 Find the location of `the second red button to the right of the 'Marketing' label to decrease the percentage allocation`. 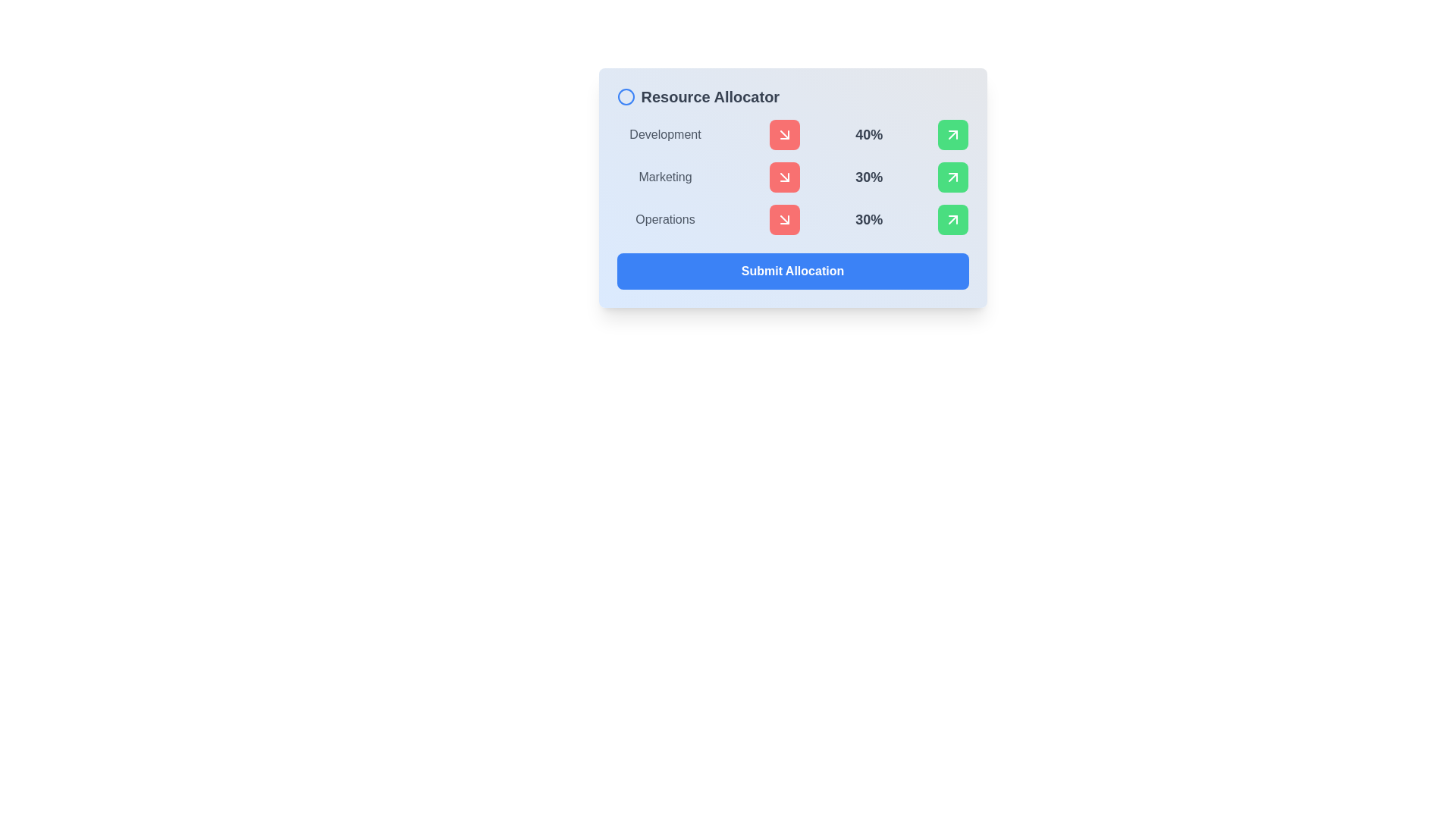

the second red button to the right of the 'Marketing' label to decrease the percentage allocation is located at coordinates (783, 177).